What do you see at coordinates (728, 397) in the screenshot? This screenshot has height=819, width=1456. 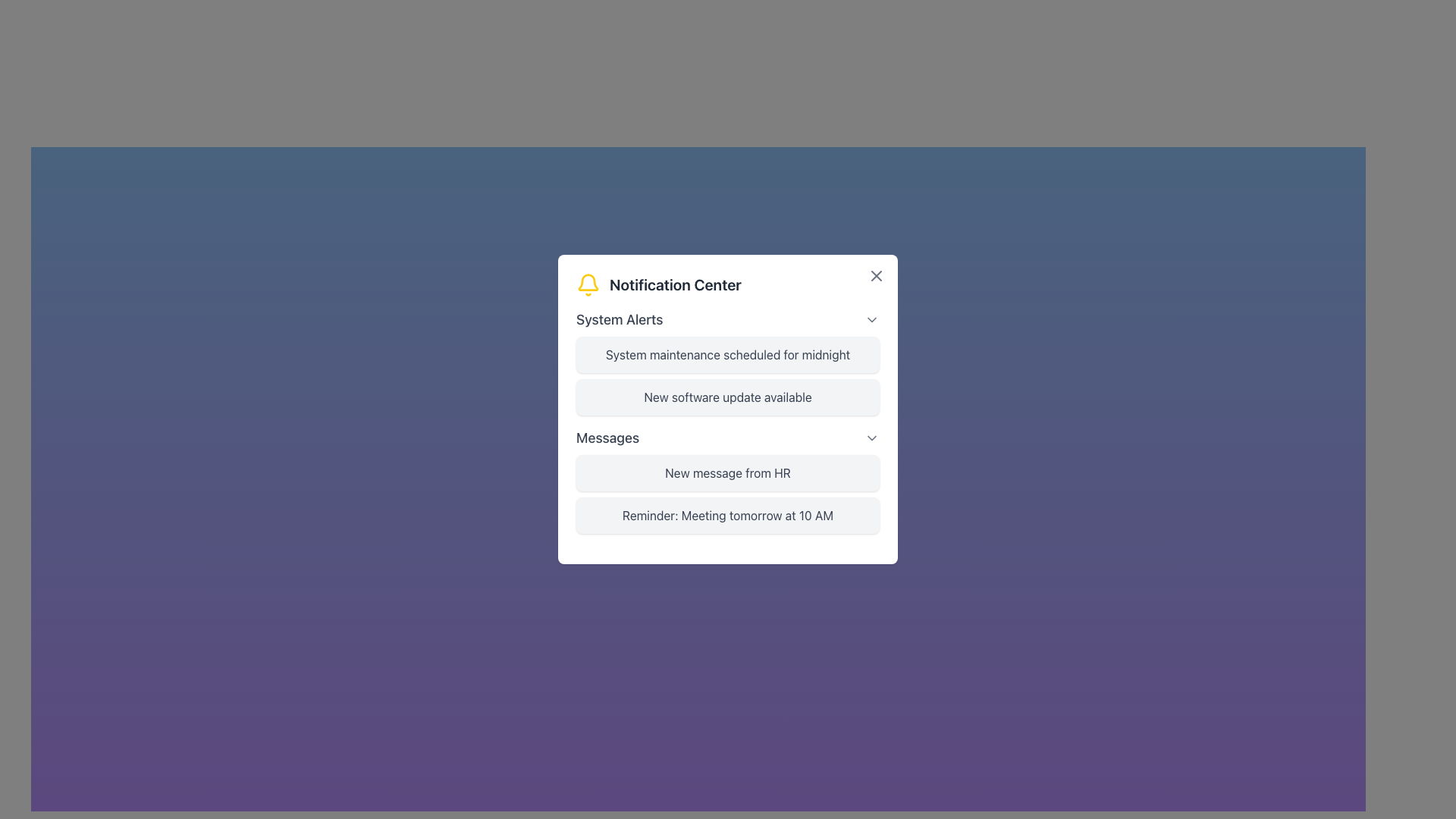 I see `the second notification under the 'System Alerts' heading in the 'Notification Center' interface that informs about a new software update` at bounding box center [728, 397].